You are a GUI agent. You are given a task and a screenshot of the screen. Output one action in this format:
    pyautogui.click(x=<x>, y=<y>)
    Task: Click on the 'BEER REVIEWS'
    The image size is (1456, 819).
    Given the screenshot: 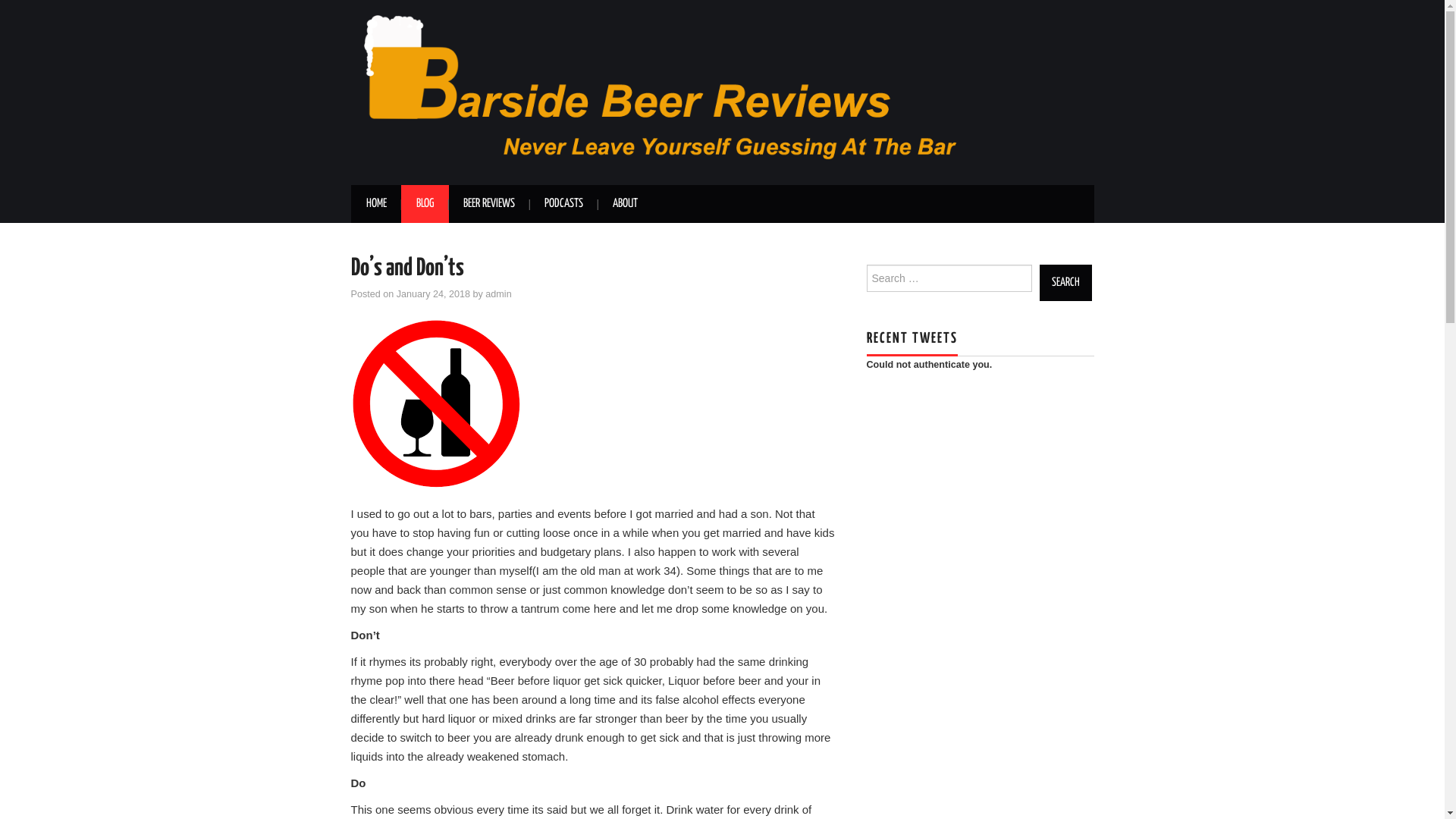 What is the action you would take?
    pyautogui.click(x=488, y=203)
    